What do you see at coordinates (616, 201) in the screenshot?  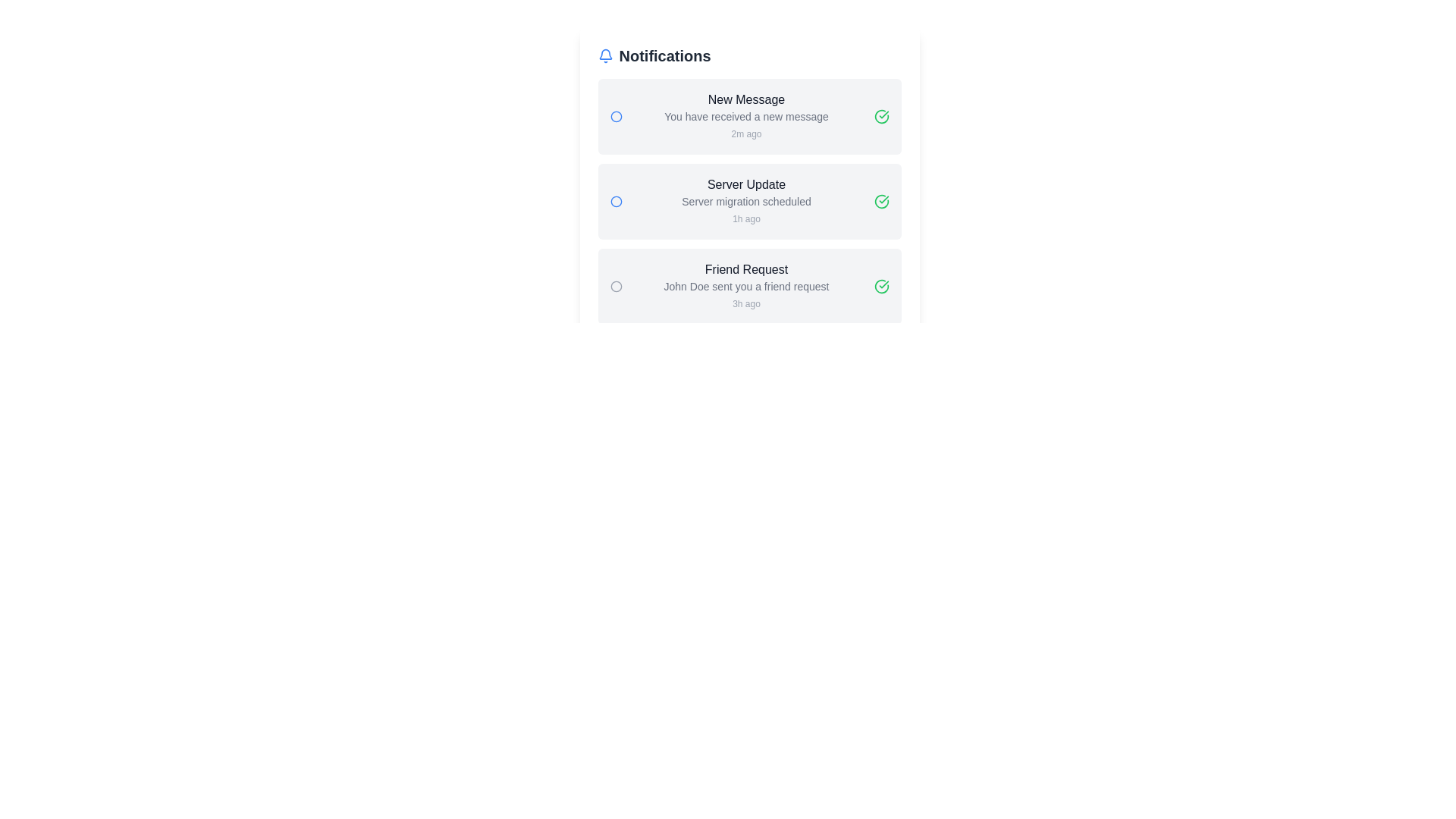 I see `the small circular icon with a blue outline located to the left of the text content in the 'Server Update' notification within the notification list` at bounding box center [616, 201].